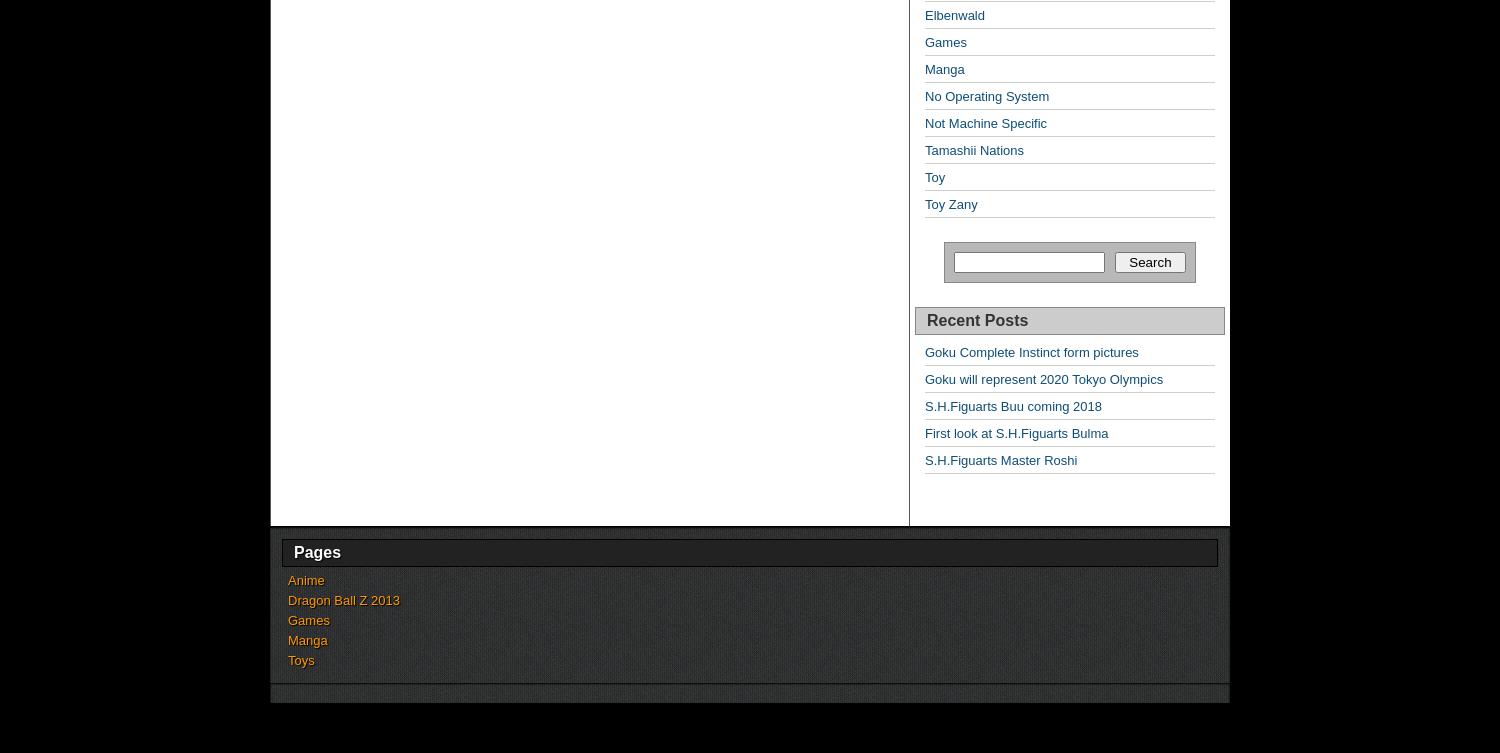 The image size is (1500, 753). Describe the element at coordinates (925, 15) in the screenshot. I see `'Elbenwald'` at that location.